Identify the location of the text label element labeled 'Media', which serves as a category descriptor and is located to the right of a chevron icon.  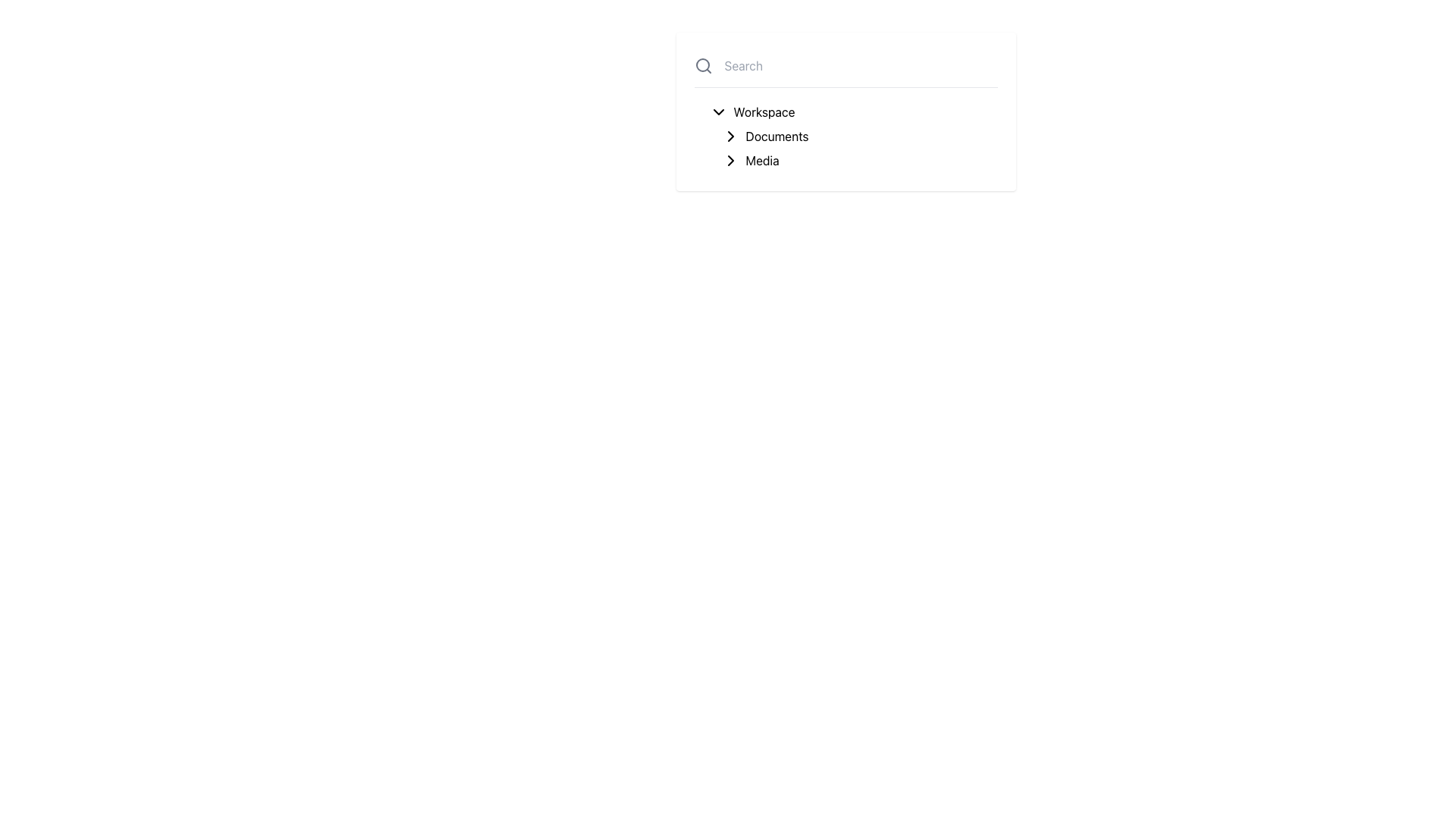
(762, 161).